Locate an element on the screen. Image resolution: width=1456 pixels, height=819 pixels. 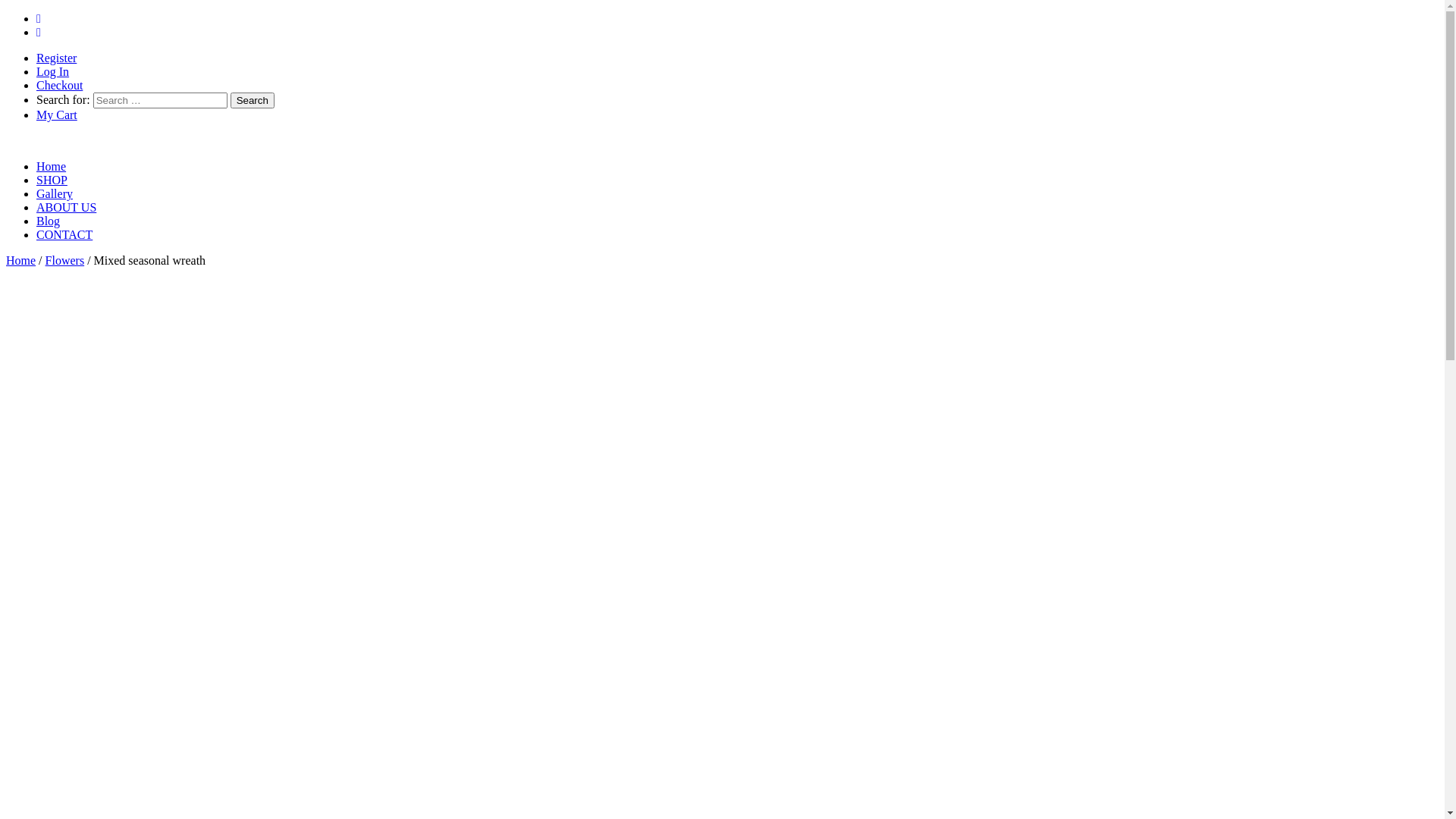
'Search' is located at coordinates (252, 100).